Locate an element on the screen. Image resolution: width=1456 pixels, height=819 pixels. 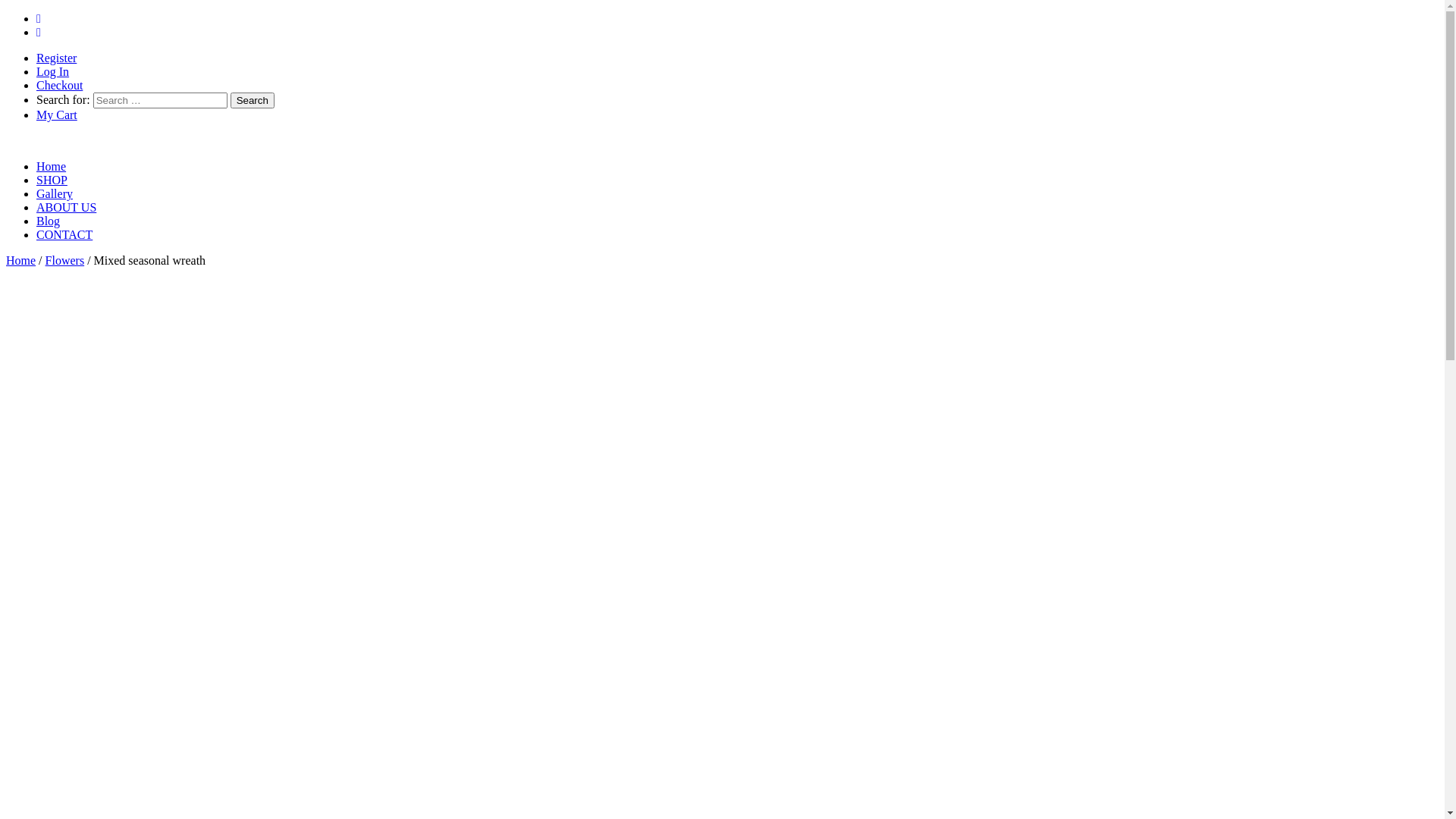
'Search' is located at coordinates (252, 100).